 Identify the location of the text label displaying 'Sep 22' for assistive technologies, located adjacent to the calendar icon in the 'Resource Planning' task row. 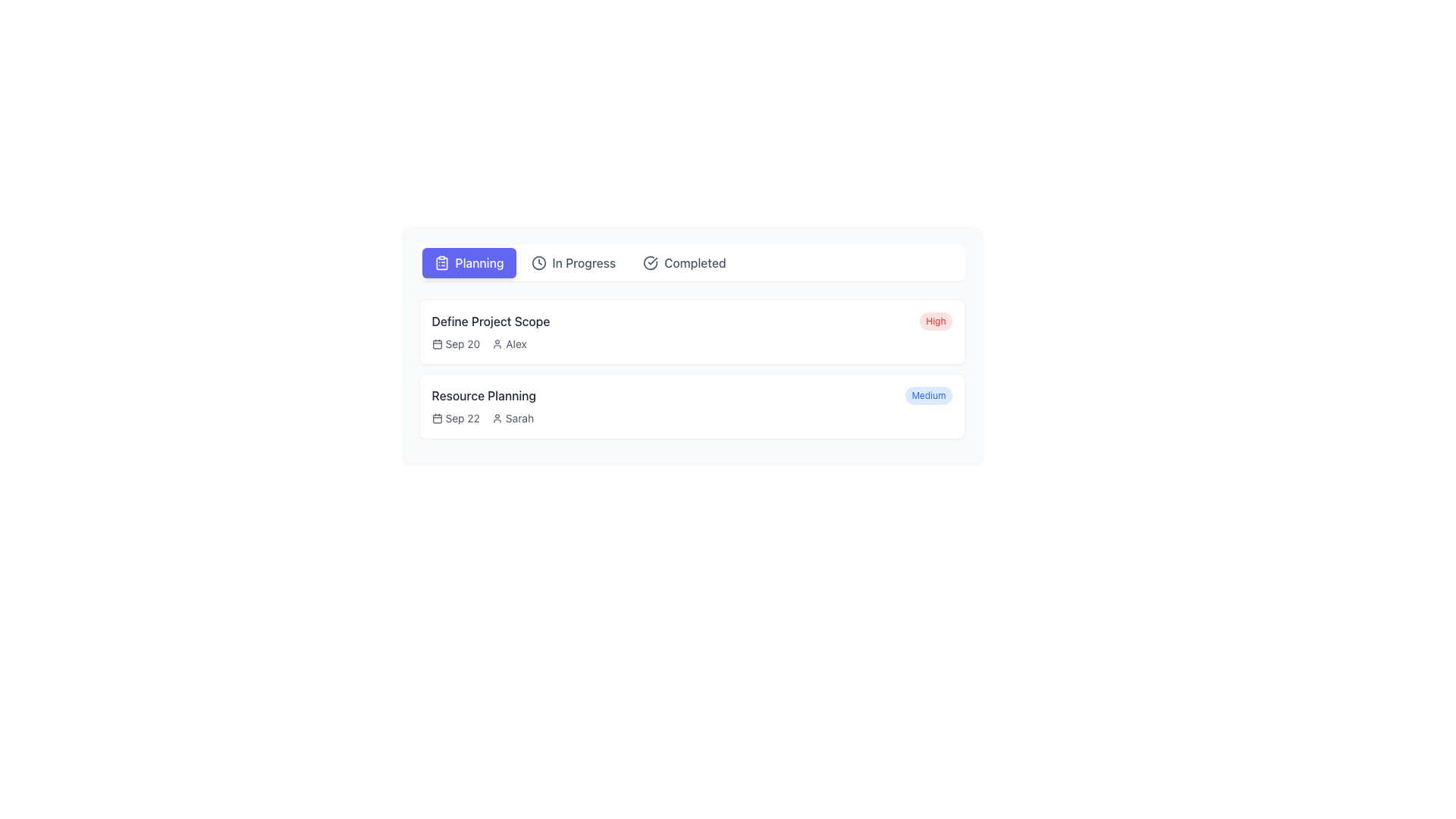
(462, 418).